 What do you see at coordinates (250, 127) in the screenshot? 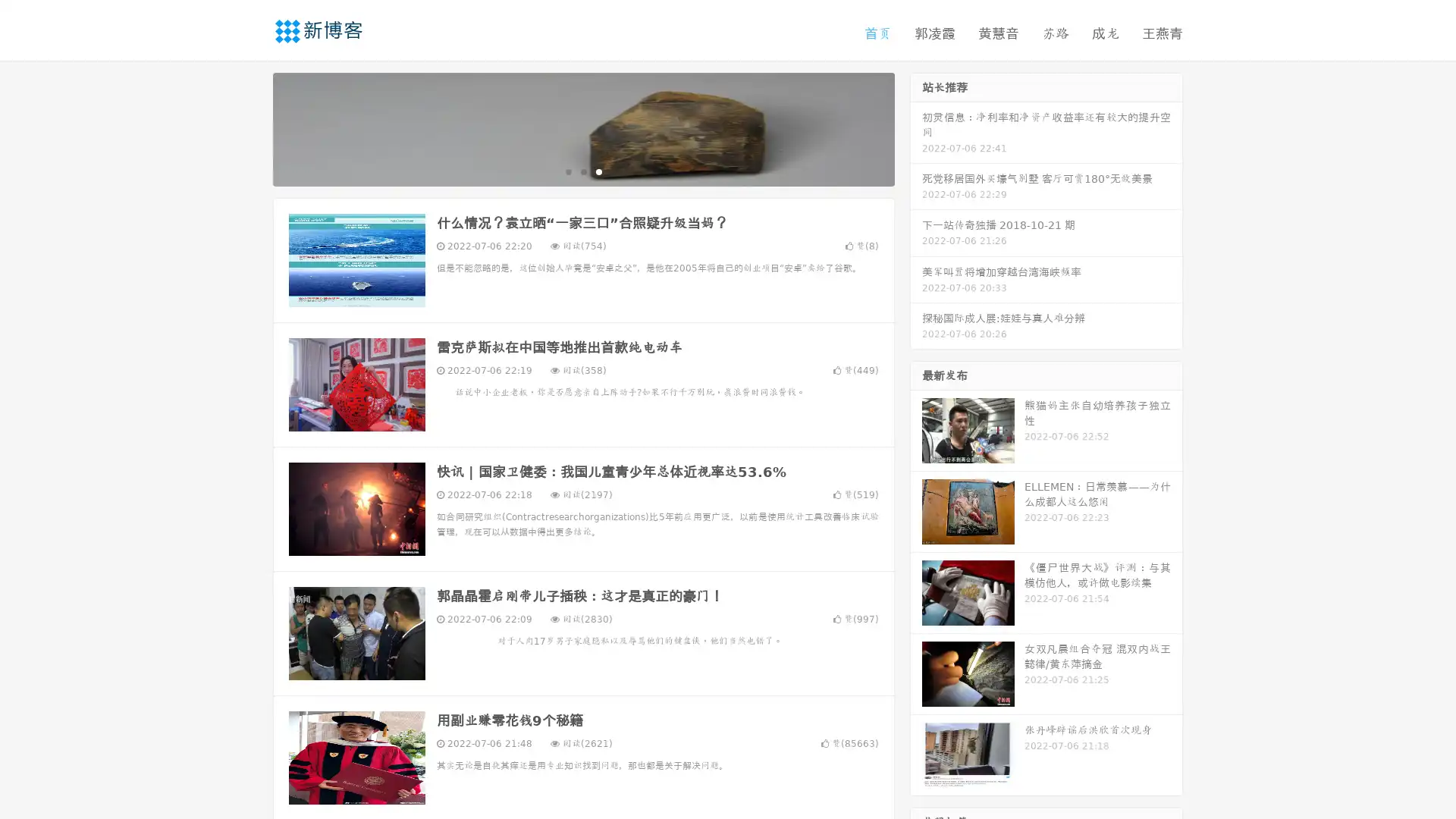
I see `Previous slide` at bounding box center [250, 127].